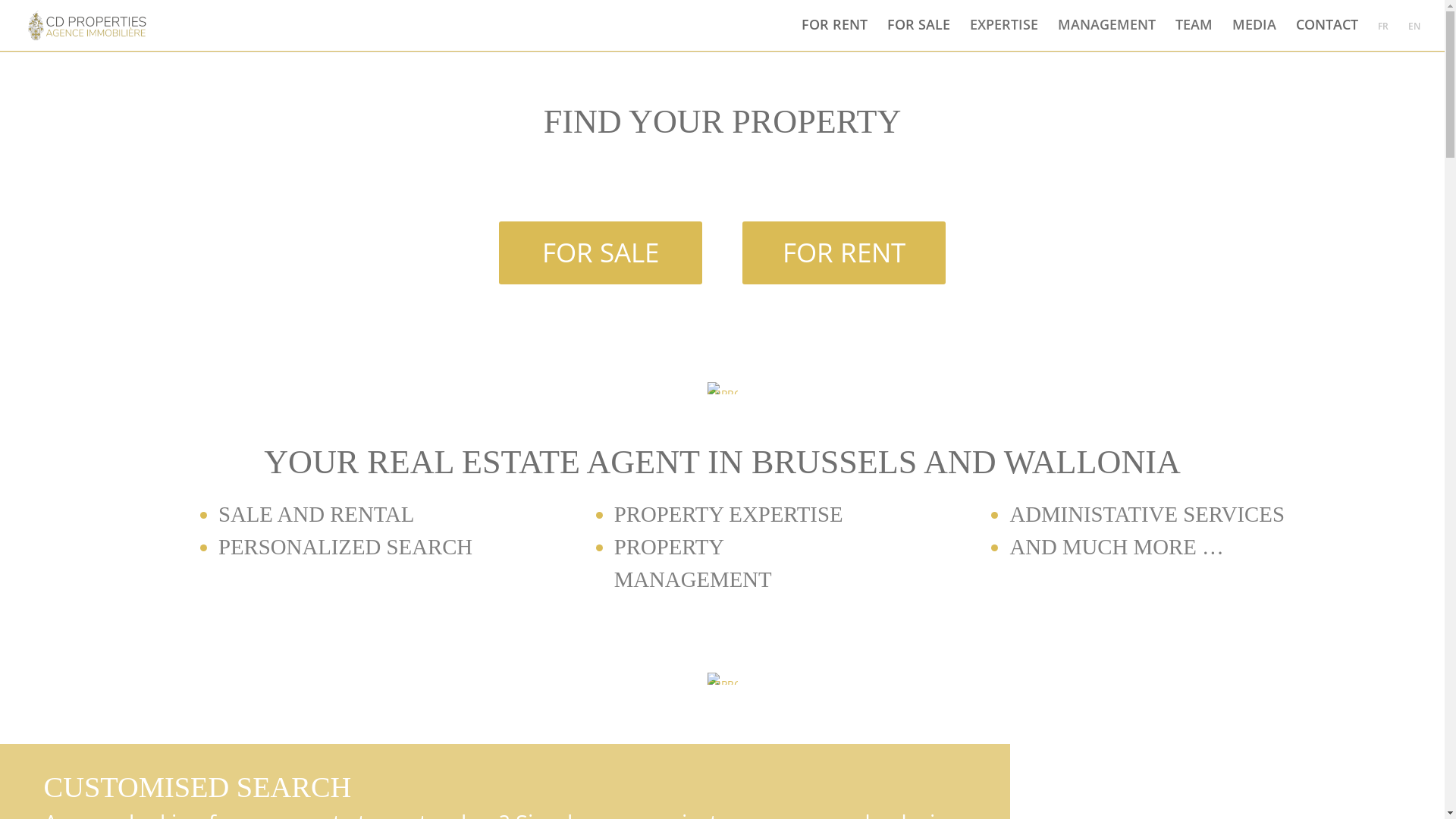  What do you see at coordinates (1004, 33) in the screenshot?
I see `'EXPERTISE'` at bounding box center [1004, 33].